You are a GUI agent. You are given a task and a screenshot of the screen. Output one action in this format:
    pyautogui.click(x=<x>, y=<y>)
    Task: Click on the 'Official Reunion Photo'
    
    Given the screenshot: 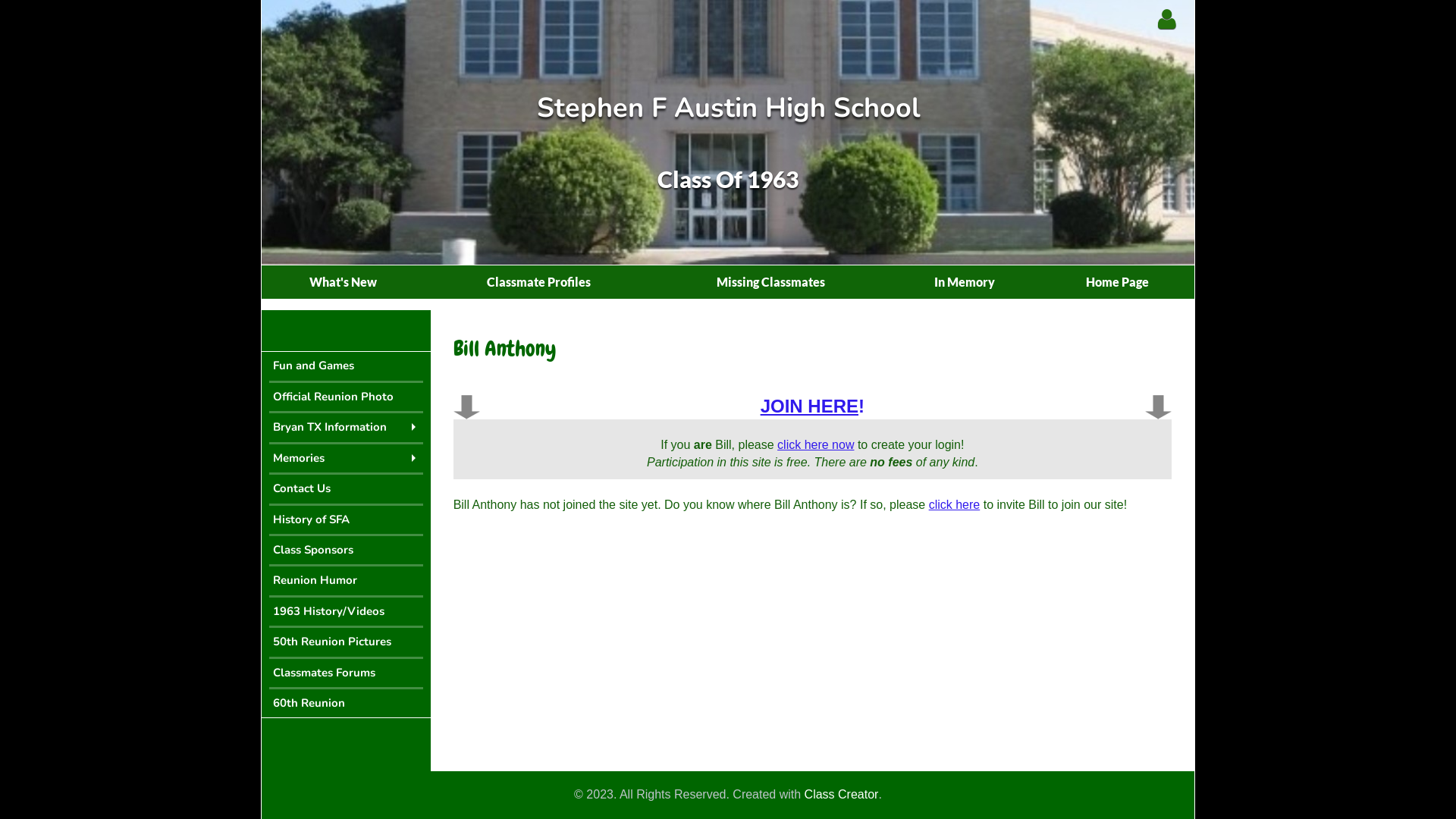 What is the action you would take?
    pyautogui.click(x=345, y=396)
    